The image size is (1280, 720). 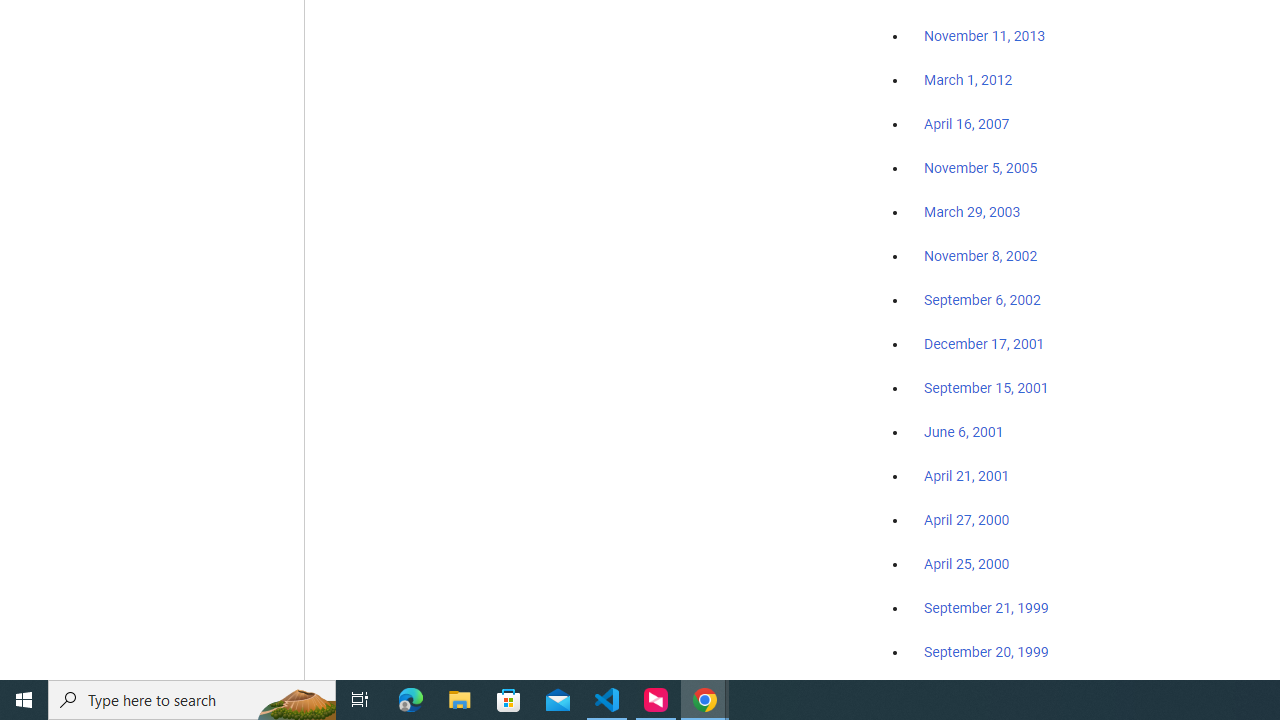 I want to click on 'April 21, 2001', so click(x=967, y=476).